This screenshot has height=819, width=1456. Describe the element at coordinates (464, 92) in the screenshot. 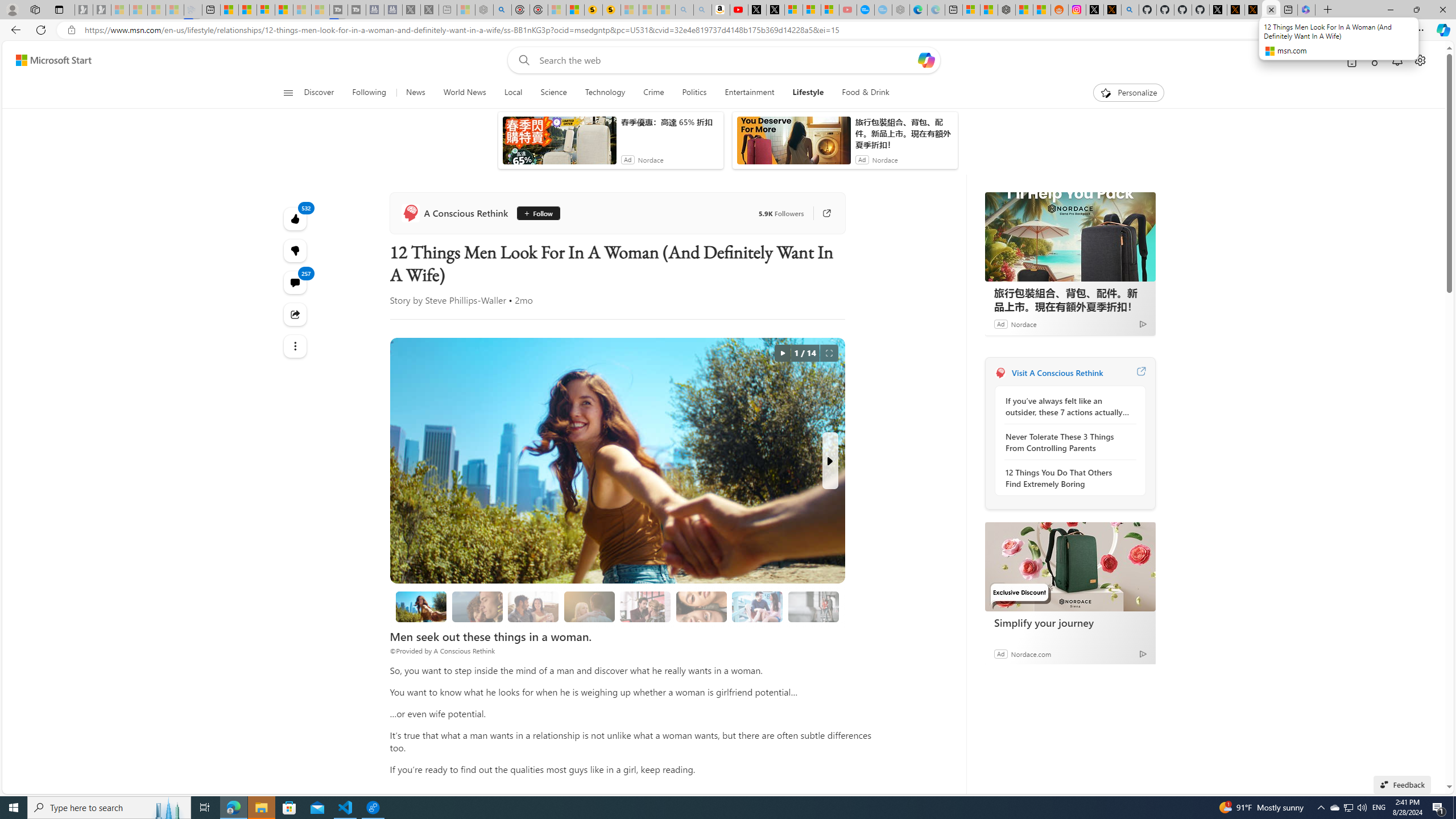

I see `'World News'` at that location.